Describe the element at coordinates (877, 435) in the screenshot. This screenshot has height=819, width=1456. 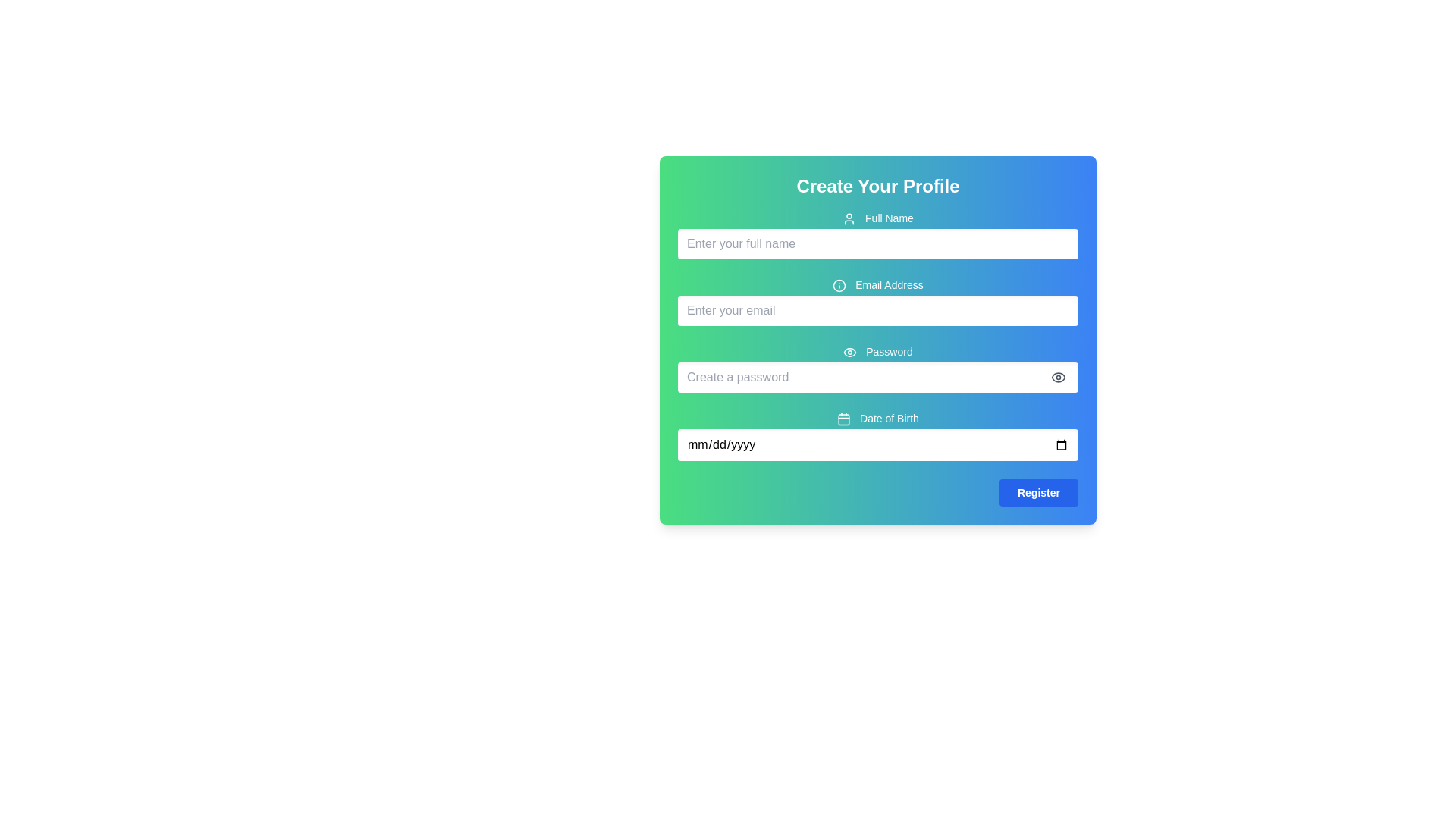
I see `the date input field to focus, which is the last input in the registration form located below the 'Password' field` at that location.